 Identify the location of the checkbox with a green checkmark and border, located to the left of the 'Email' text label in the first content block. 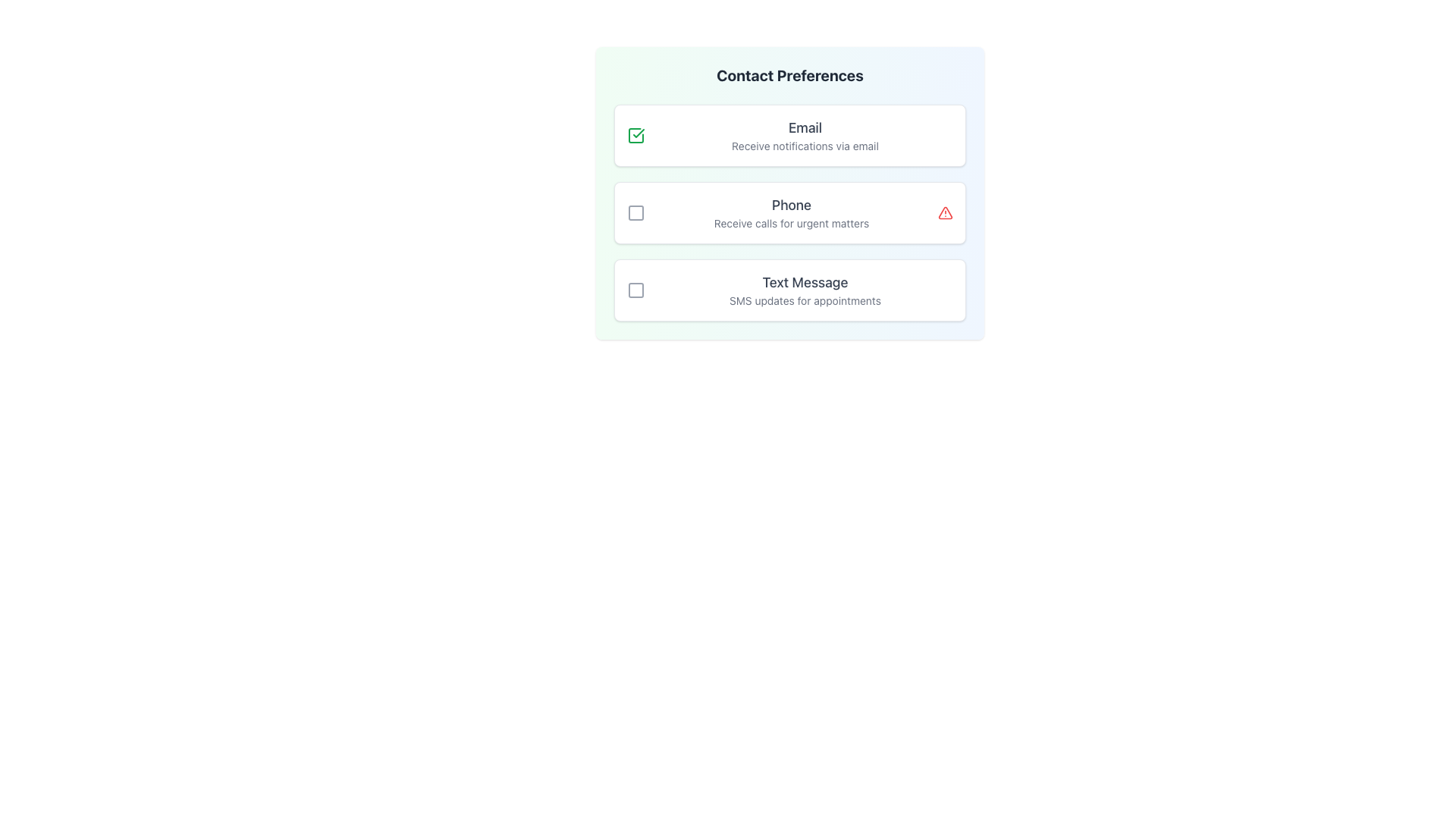
(636, 134).